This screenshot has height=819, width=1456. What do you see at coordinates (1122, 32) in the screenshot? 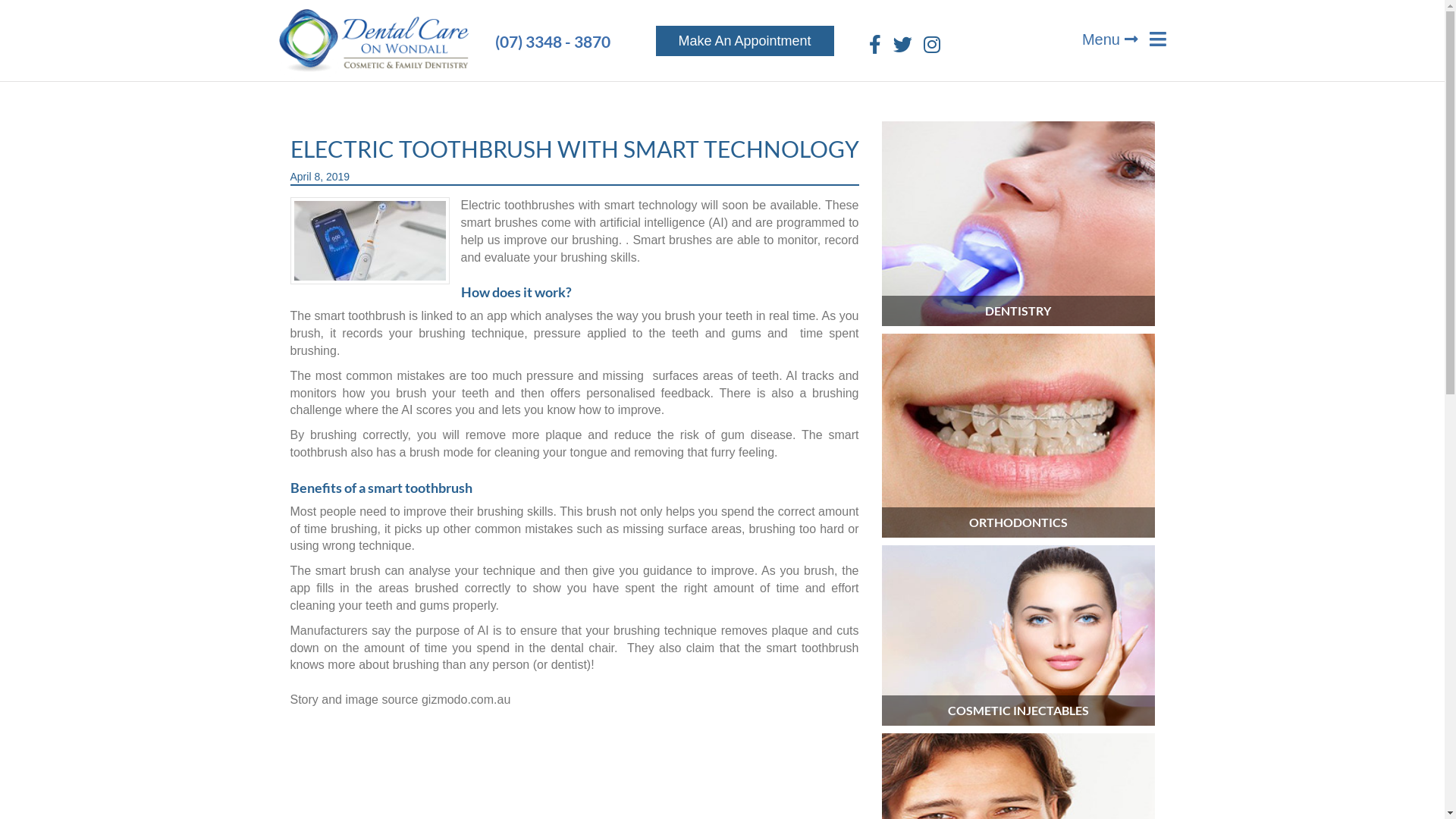
I see `'Menu'` at bounding box center [1122, 32].